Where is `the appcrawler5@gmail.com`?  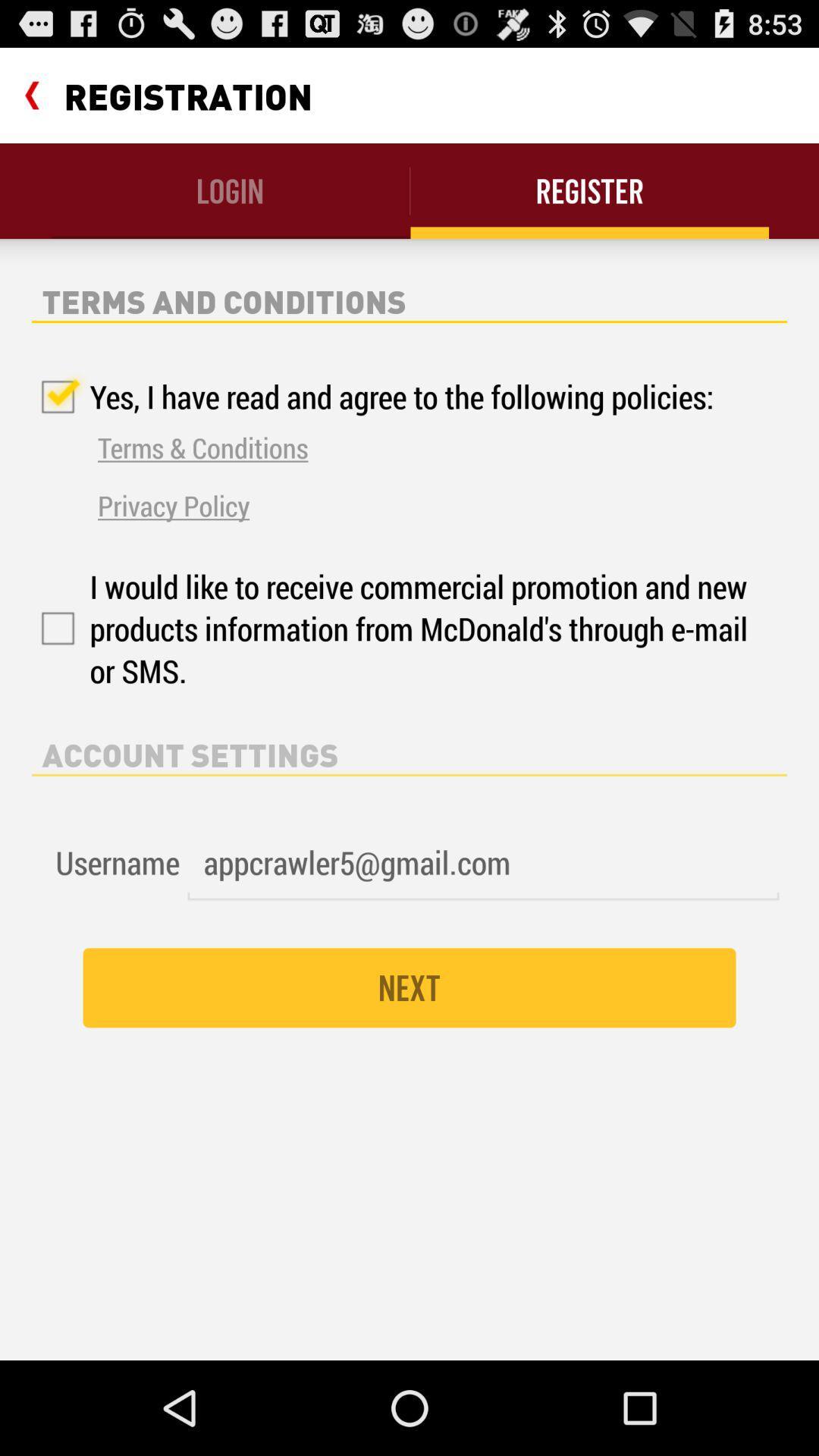 the appcrawler5@gmail.com is located at coordinates (483, 863).